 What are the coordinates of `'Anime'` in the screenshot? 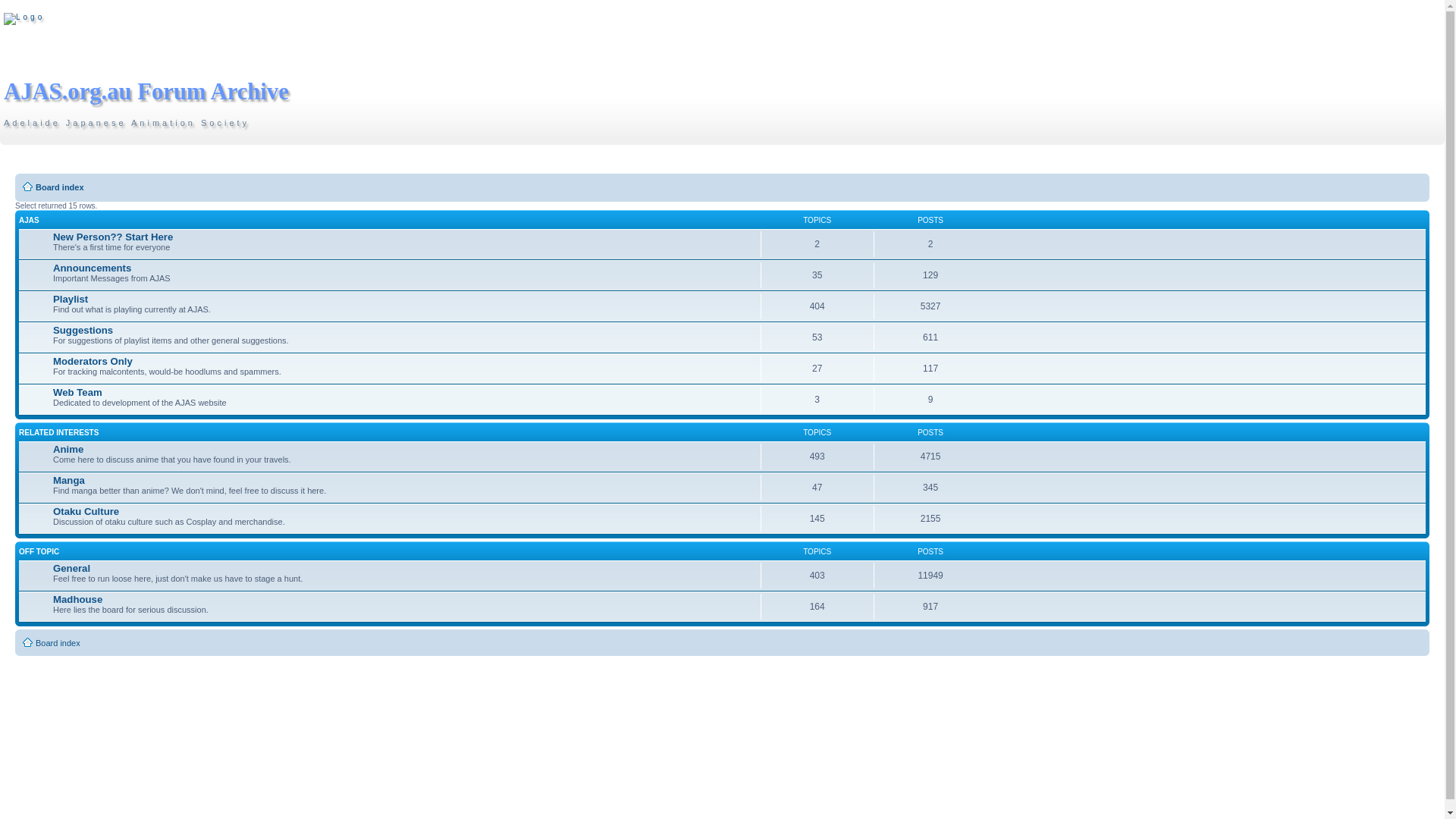 It's located at (53, 448).